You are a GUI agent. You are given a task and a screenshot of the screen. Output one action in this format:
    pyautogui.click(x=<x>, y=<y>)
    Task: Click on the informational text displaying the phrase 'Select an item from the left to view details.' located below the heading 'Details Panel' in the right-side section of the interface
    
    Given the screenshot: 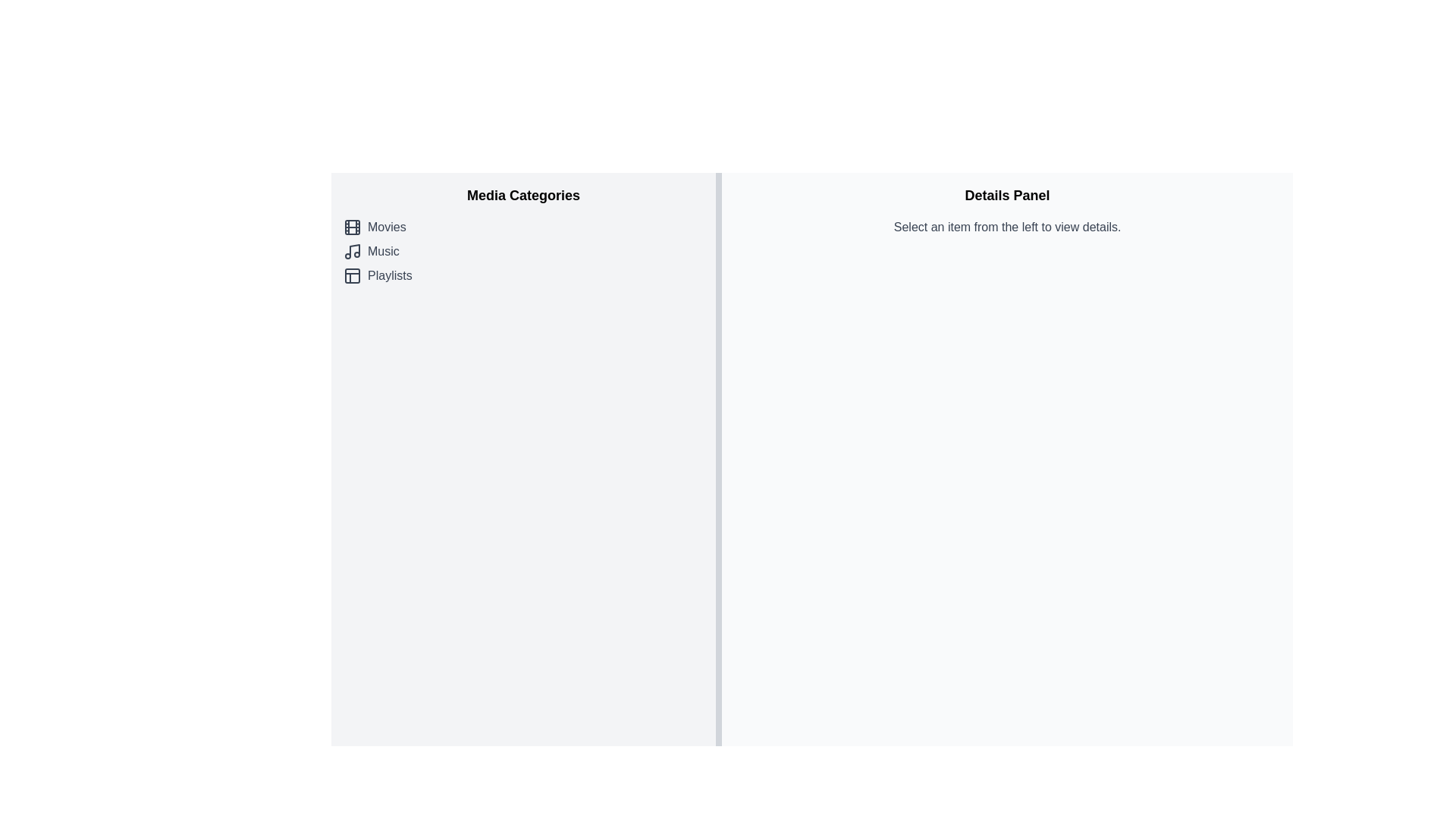 What is the action you would take?
    pyautogui.click(x=1007, y=227)
    